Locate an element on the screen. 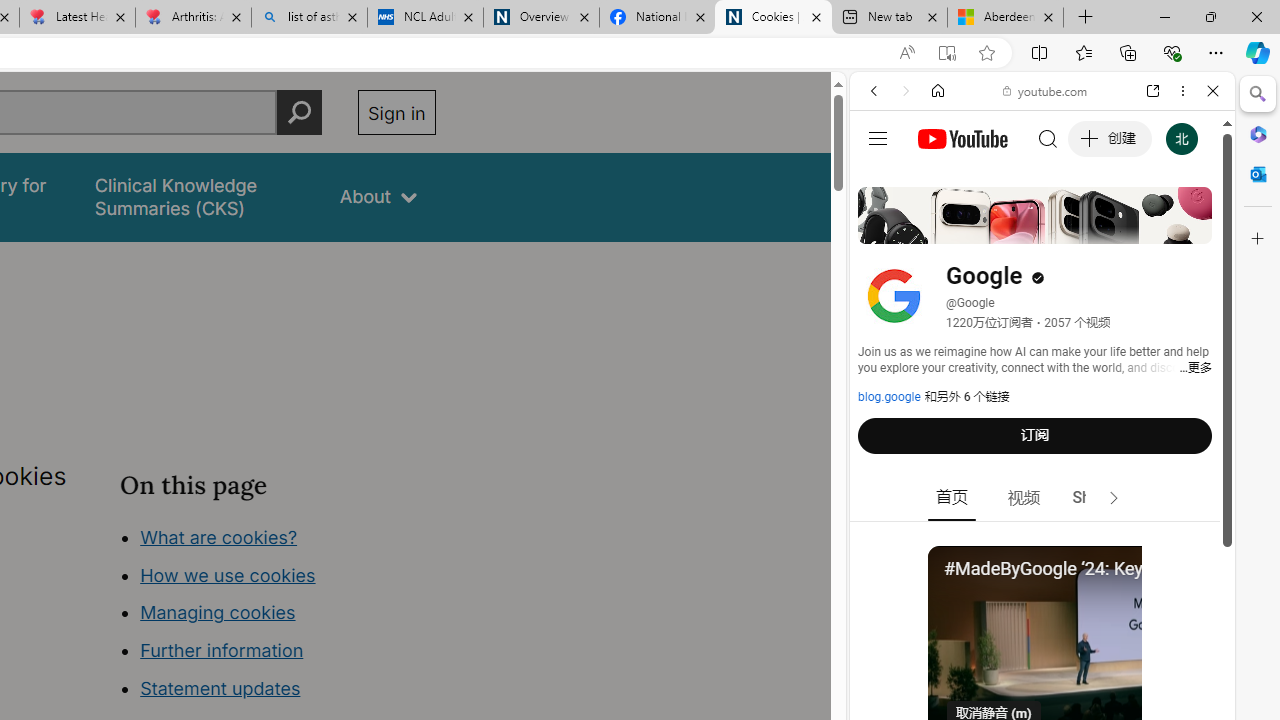 Image resolution: width=1280 pixels, height=720 pixels. 'Music' is located at coordinates (1041, 544).